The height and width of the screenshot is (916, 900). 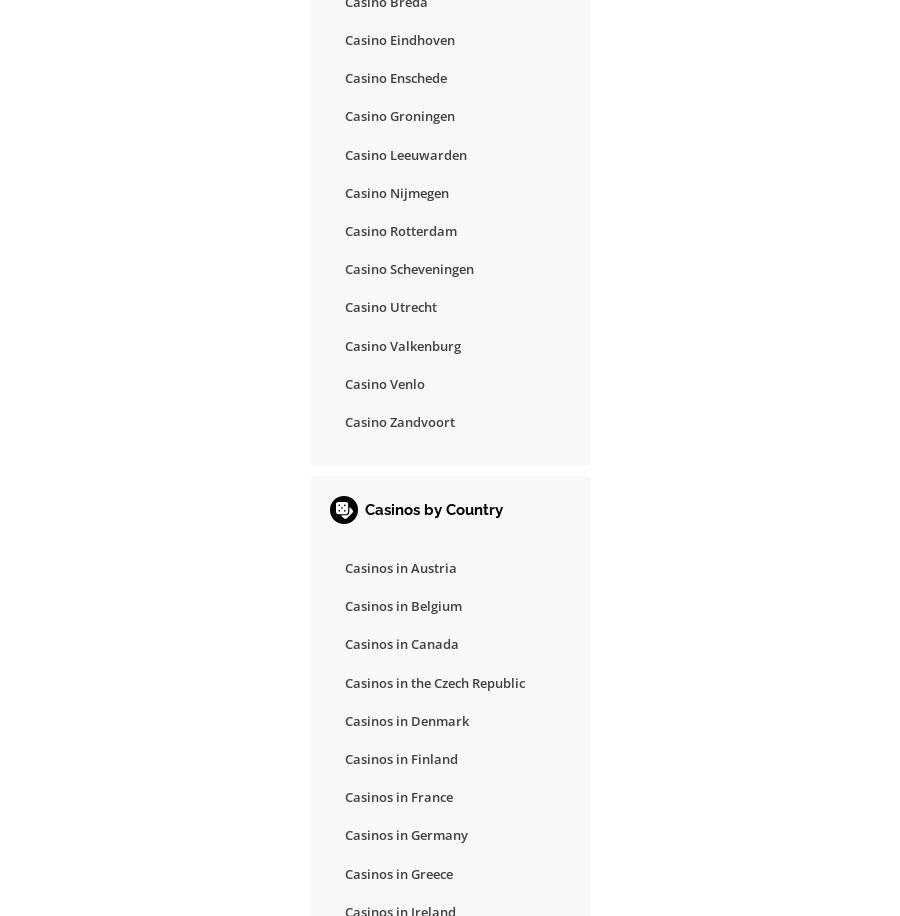 What do you see at coordinates (398, 872) in the screenshot?
I see `'Casinos in Greece'` at bounding box center [398, 872].